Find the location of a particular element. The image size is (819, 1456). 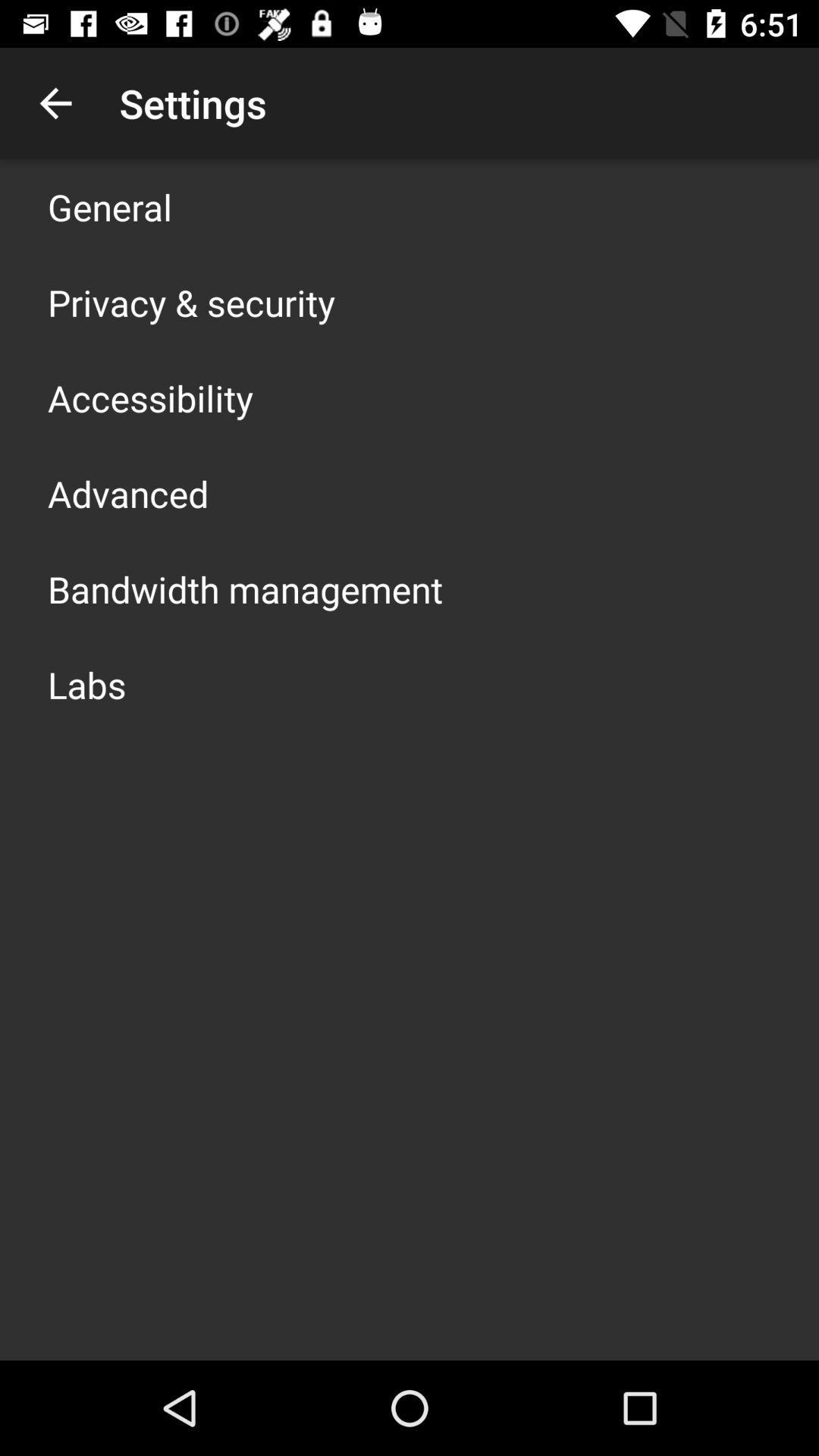

the bandwidth management app is located at coordinates (244, 588).